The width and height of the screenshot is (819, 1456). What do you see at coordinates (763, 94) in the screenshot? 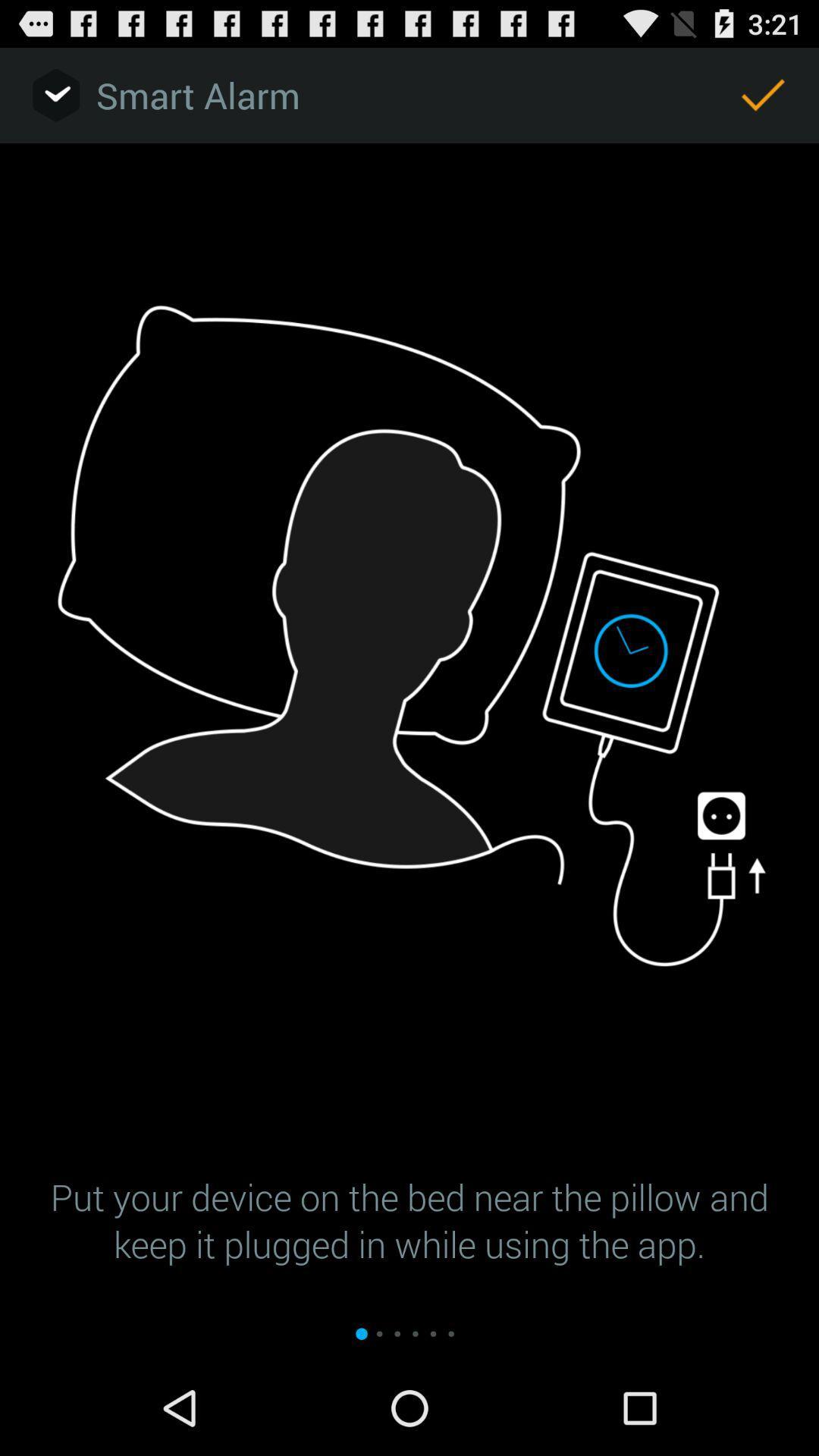
I see `the item next to the smart alarm item` at bounding box center [763, 94].